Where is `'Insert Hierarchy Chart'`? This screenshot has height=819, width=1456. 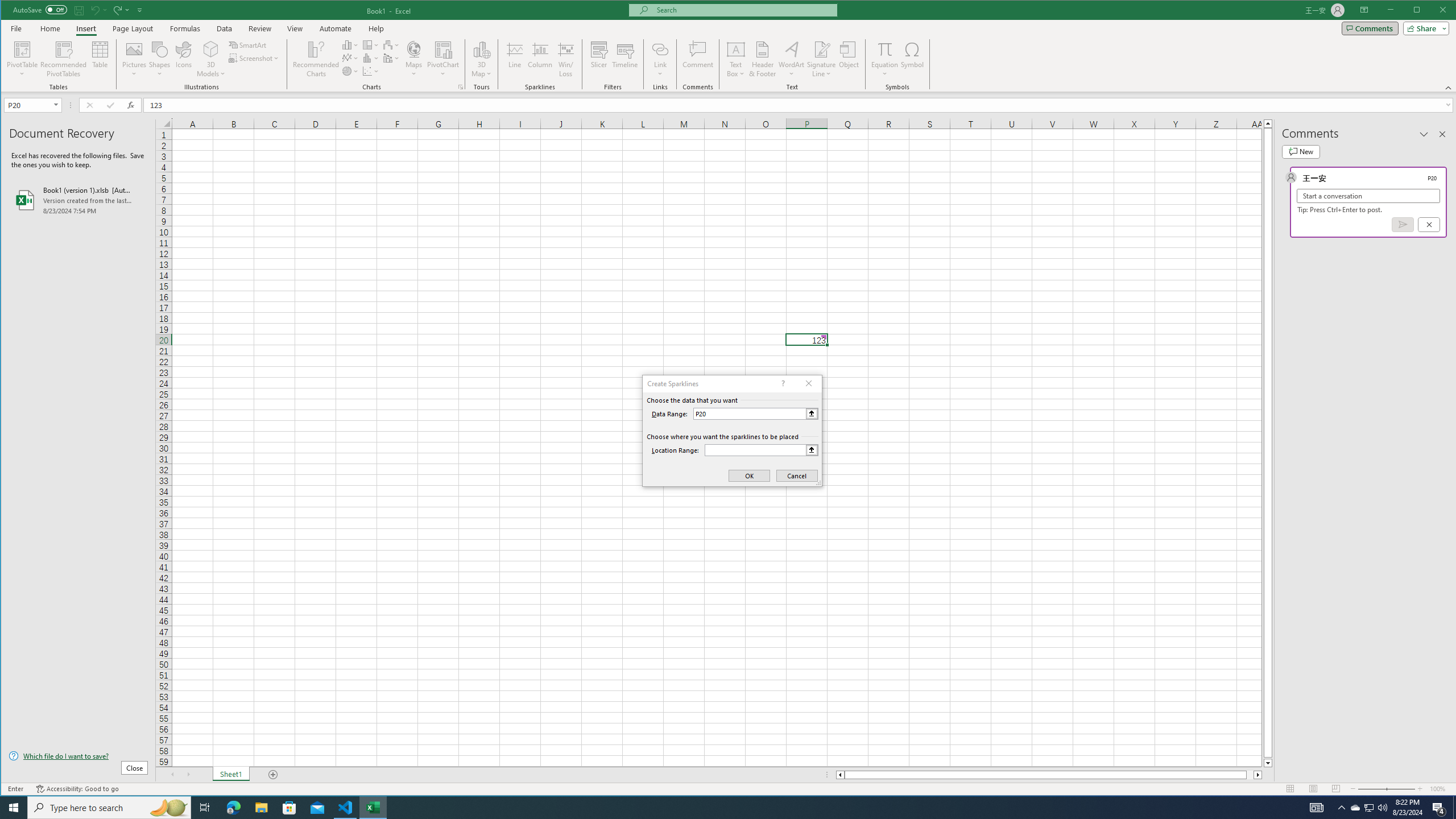
'Insert Hierarchy Chart' is located at coordinates (371, 44).